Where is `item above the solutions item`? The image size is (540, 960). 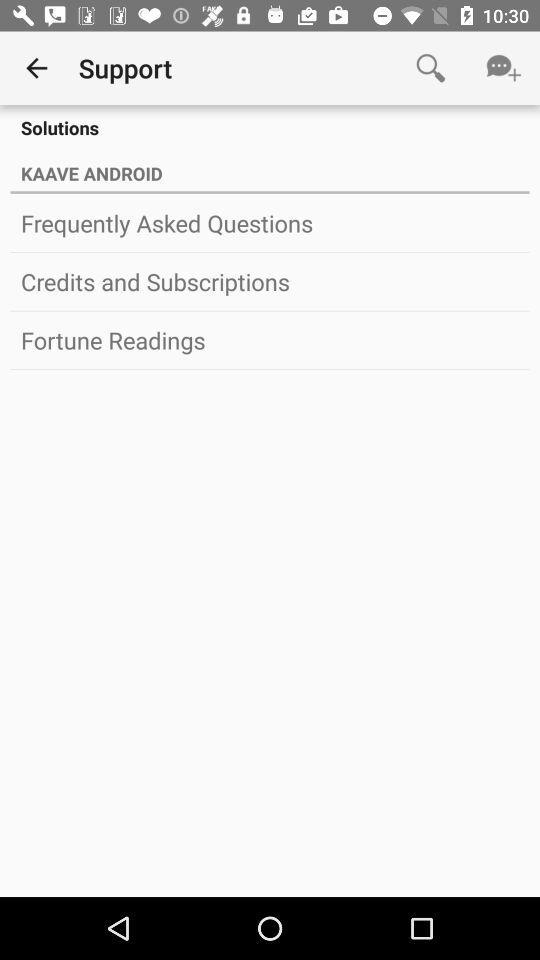 item above the solutions item is located at coordinates (429, 68).